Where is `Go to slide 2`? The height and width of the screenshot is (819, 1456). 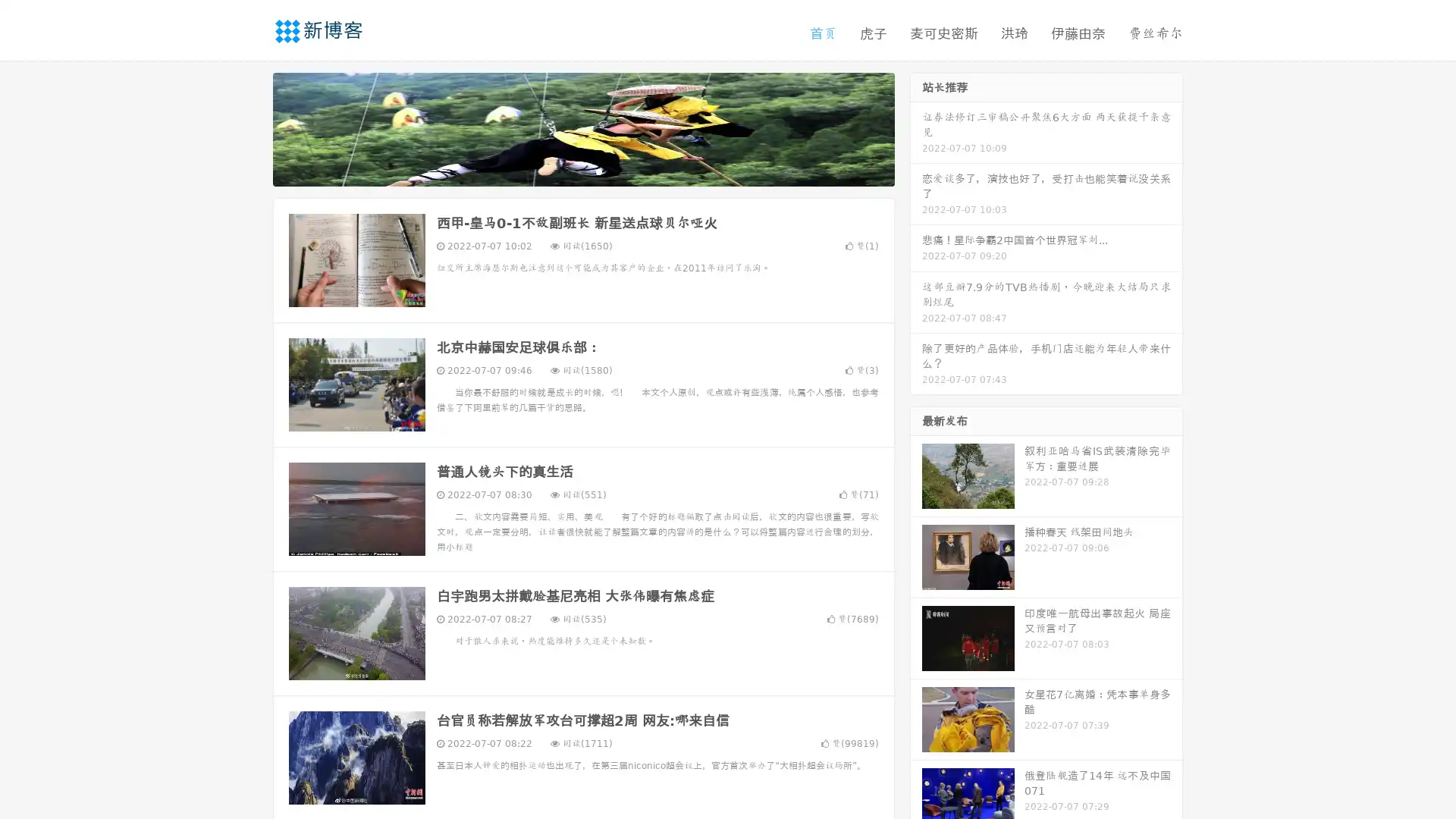 Go to slide 2 is located at coordinates (582, 171).